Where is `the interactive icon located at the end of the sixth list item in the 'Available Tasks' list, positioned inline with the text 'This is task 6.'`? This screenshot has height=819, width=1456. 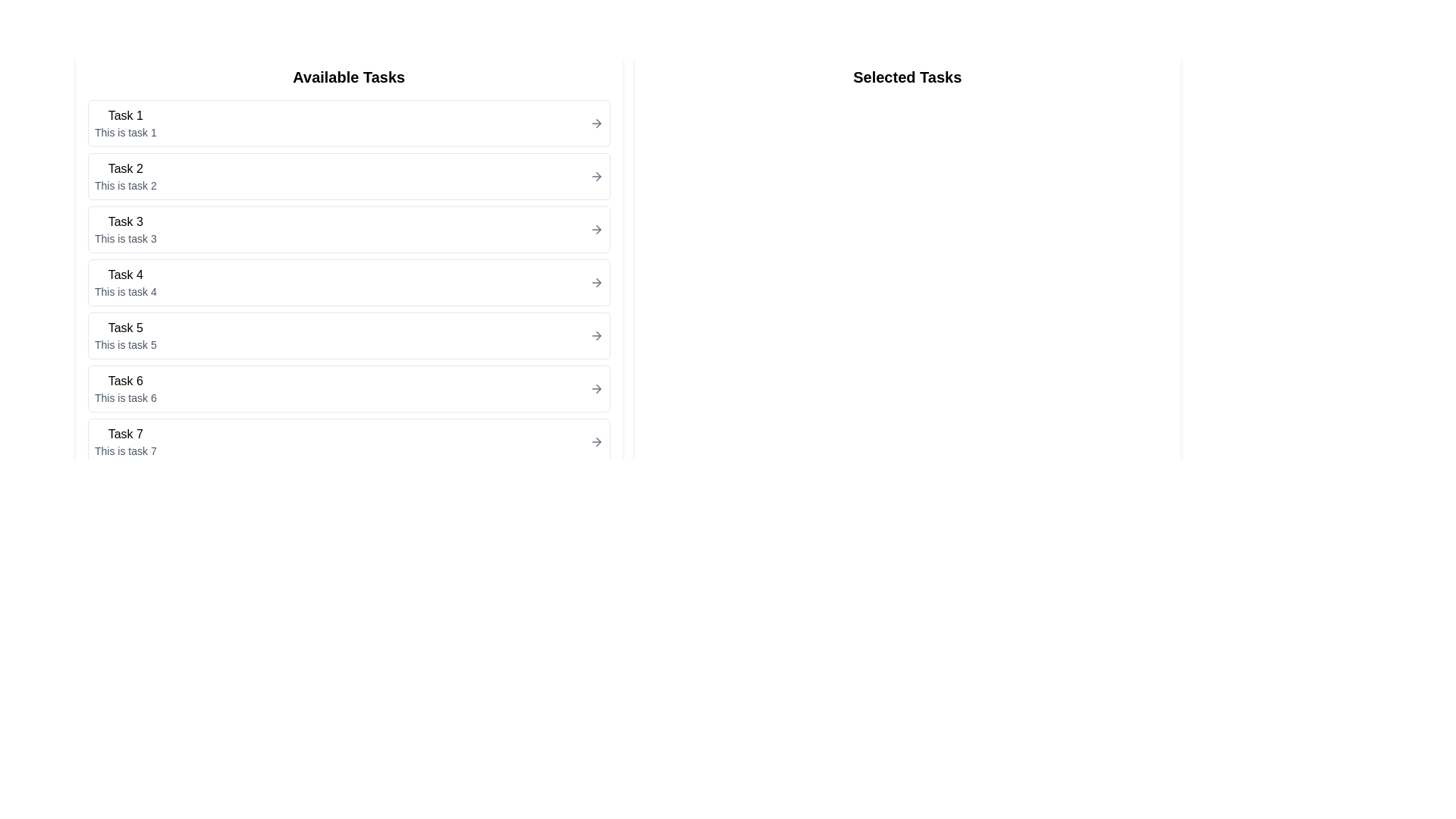 the interactive icon located at the end of the sixth list item in the 'Available Tasks' list, positioned inline with the text 'This is task 6.' is located at coordinates (595, 388).